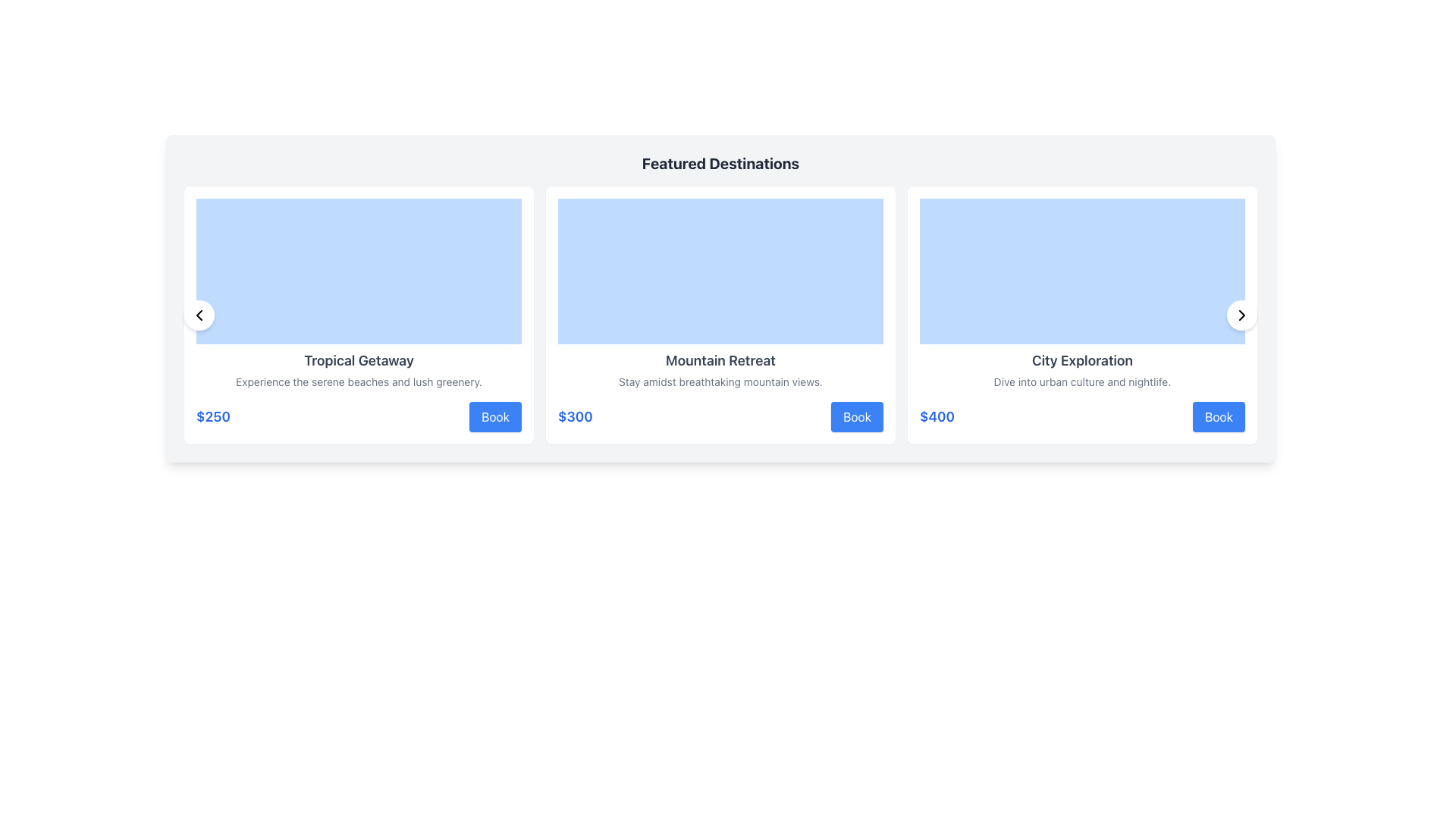  I want to click on the header text label that indicates 'Featured Destinations' to observe the styling changes, so click(720, 164).